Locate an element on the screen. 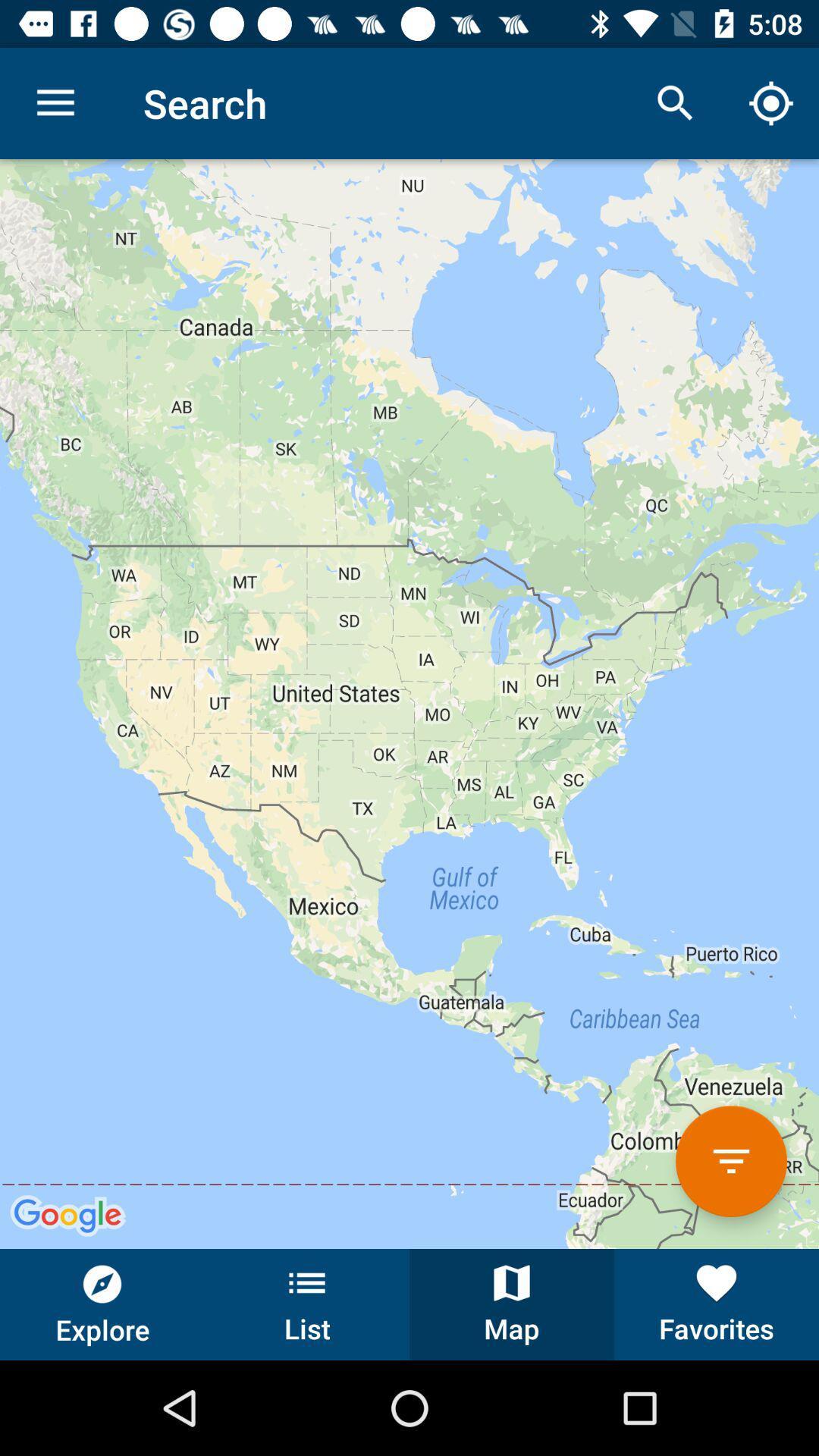 This screenshot has height=1456, width=819. the button above favorites is located at coordinates (730, 1160).